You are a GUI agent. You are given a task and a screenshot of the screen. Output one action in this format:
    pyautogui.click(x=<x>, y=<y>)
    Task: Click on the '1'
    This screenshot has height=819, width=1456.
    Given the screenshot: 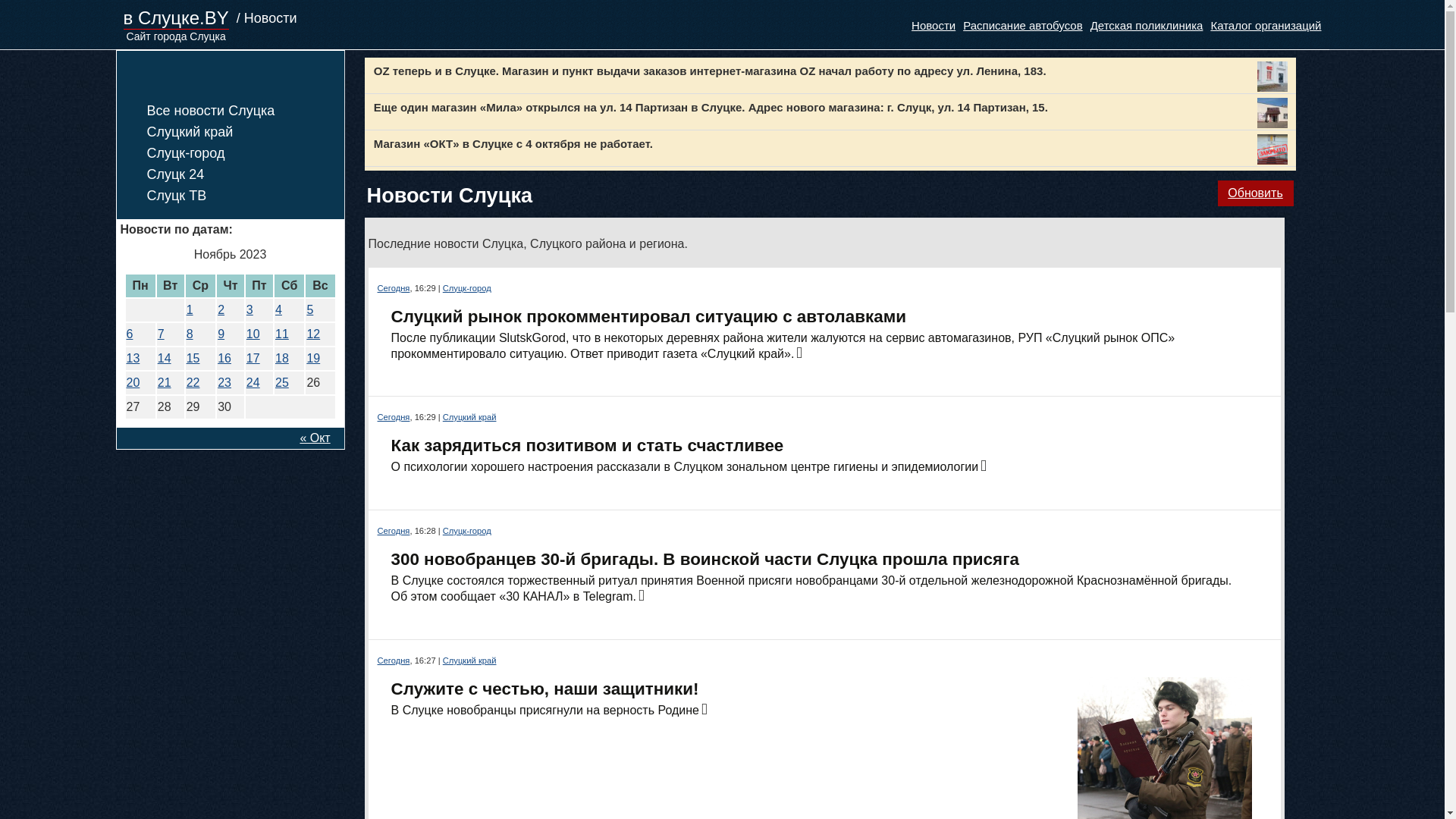 What is the action you would take?
    pyautogui.click(x=189, y=309)
    